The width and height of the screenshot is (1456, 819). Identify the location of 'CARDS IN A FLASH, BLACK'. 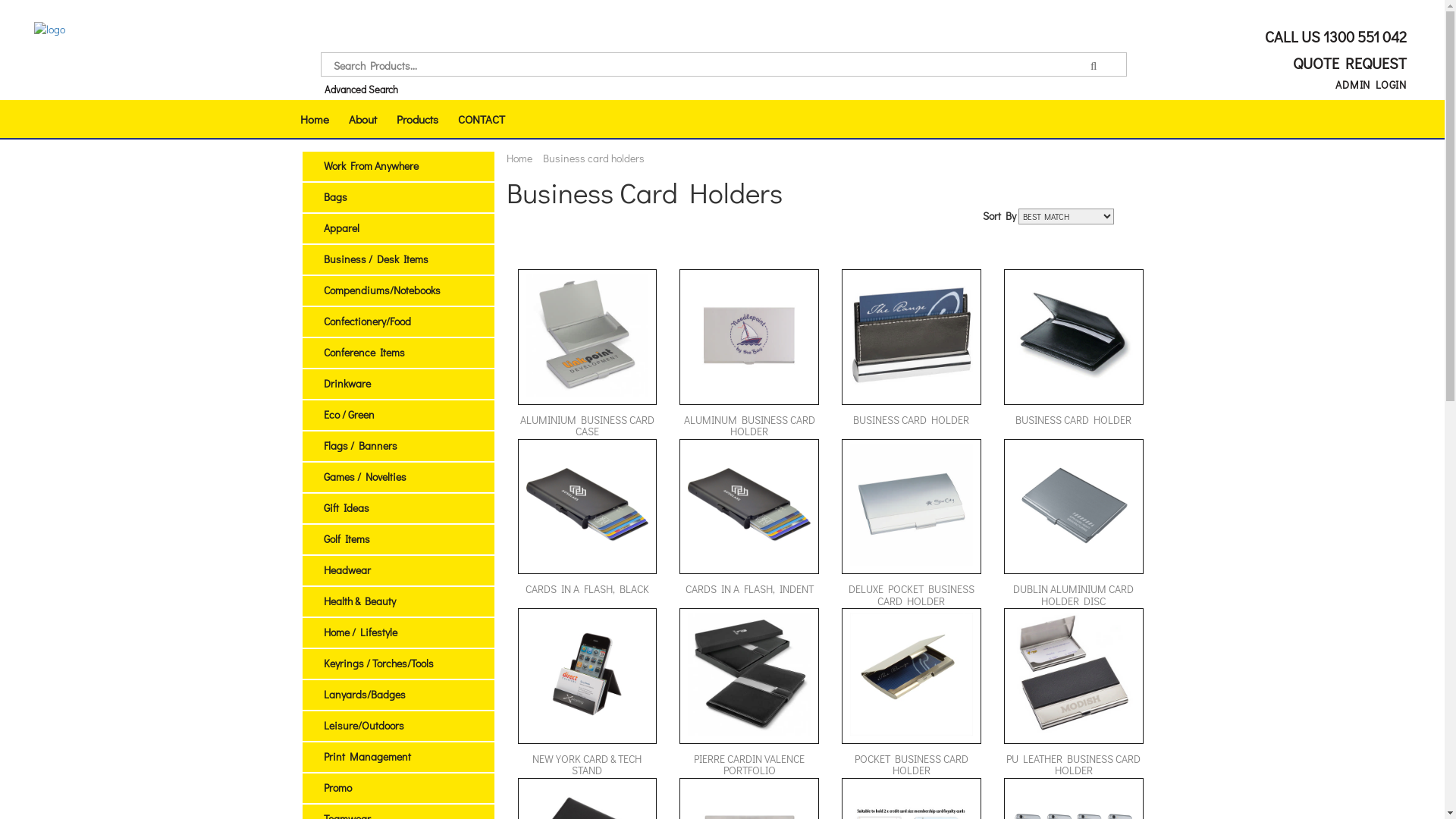
(585, 522).